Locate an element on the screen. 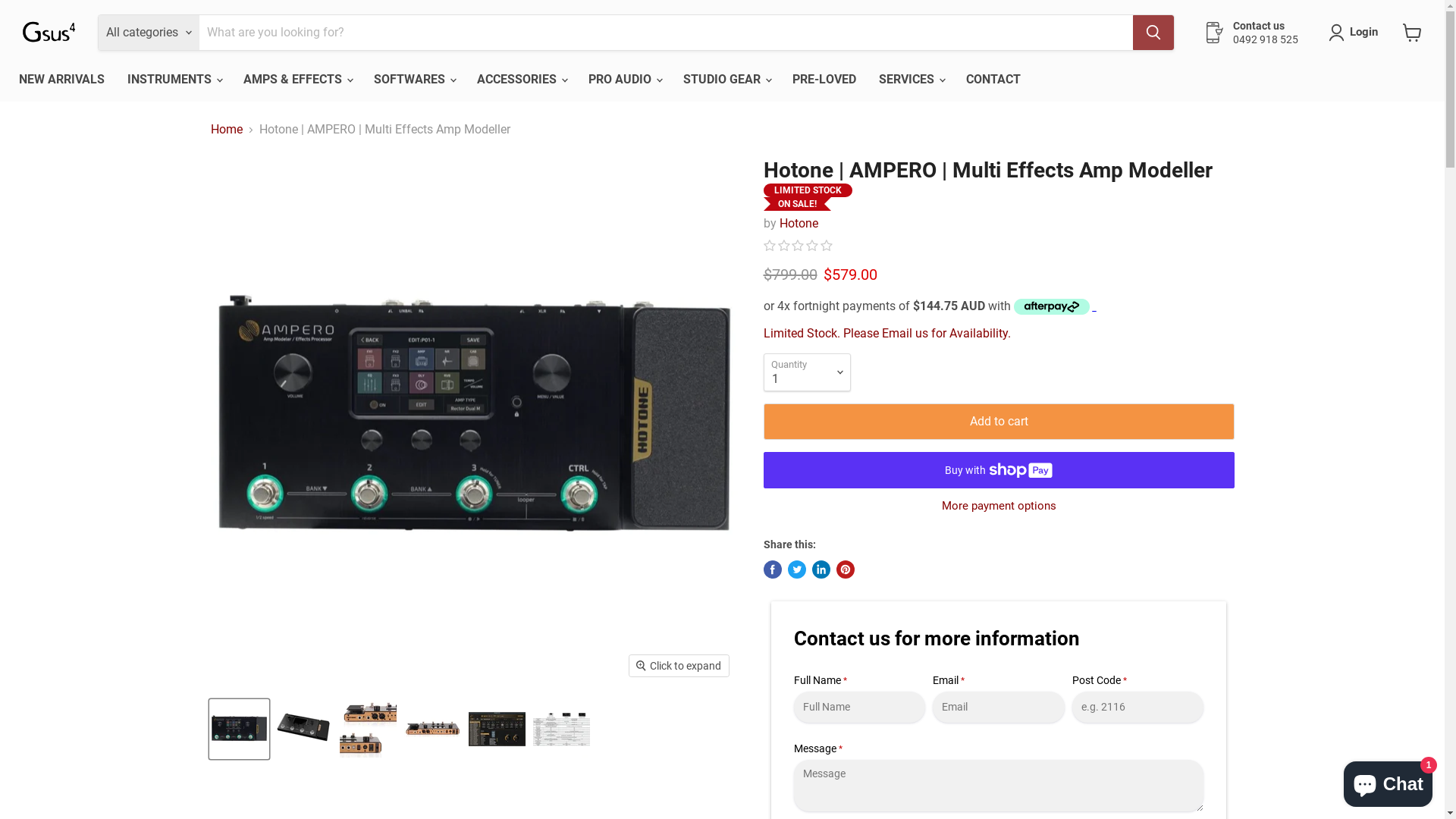  'PRO AUDIO' is located at coordinates (576, 79).